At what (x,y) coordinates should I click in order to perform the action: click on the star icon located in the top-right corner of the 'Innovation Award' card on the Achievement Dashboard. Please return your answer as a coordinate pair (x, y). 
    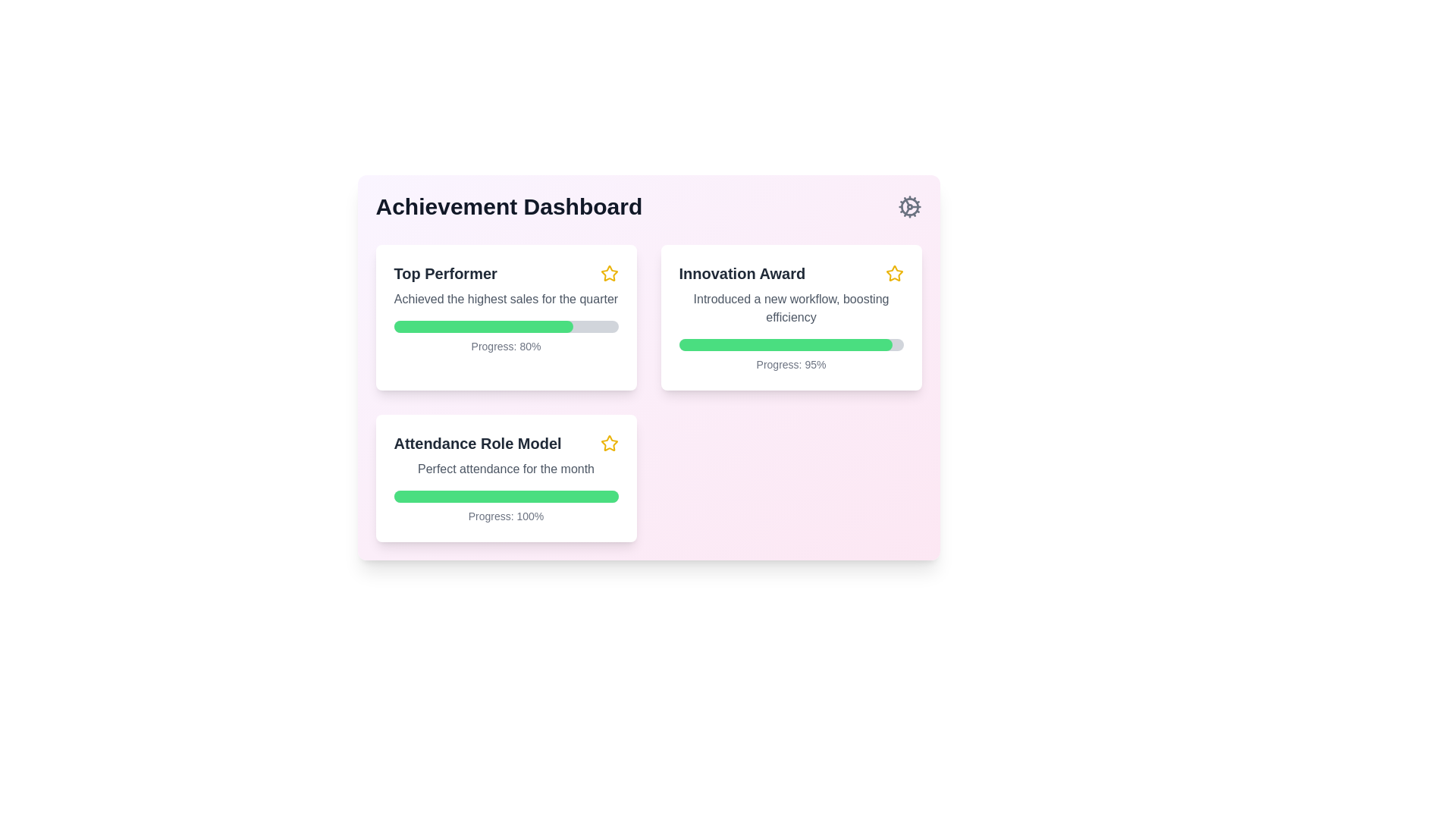
    Looking at the image, I should click on (609, 443).